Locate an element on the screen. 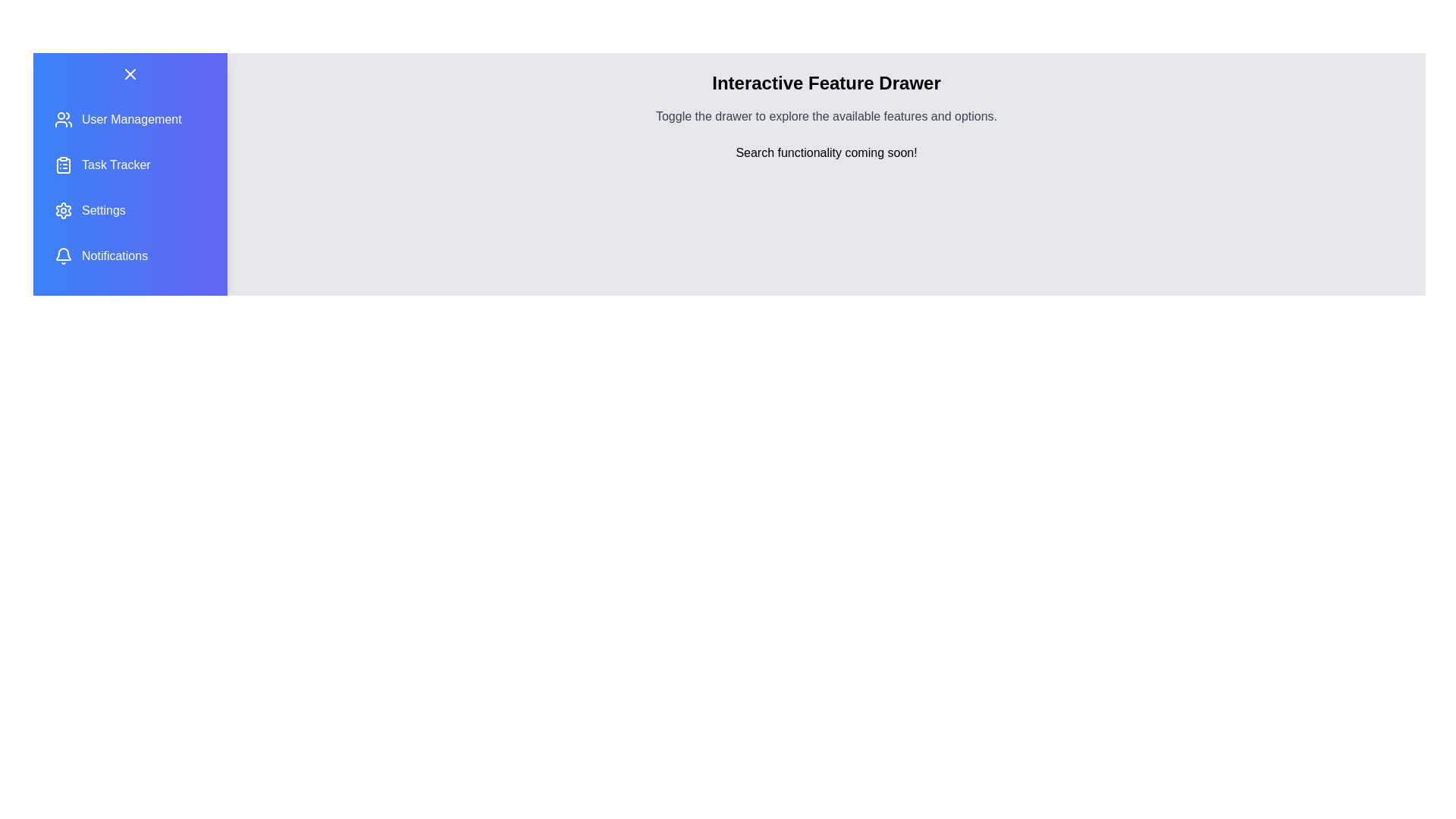 The height and width of the screenshot is (819, 1456). the feature User Management from the list is located at coordinates (130, 119).